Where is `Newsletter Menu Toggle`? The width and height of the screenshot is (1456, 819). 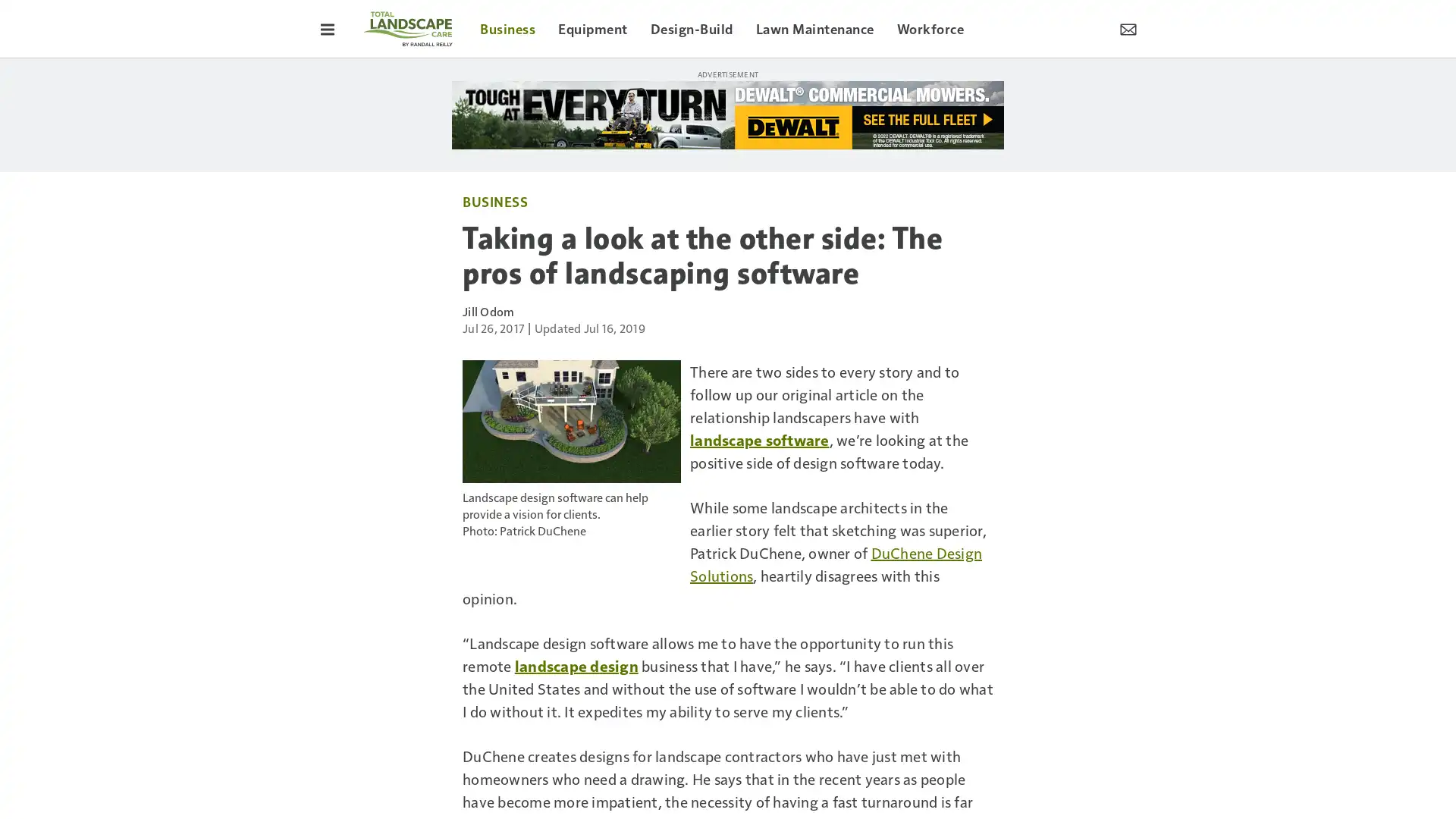 Newsletter Menu Toggle is located at coordinates (1128, 28).